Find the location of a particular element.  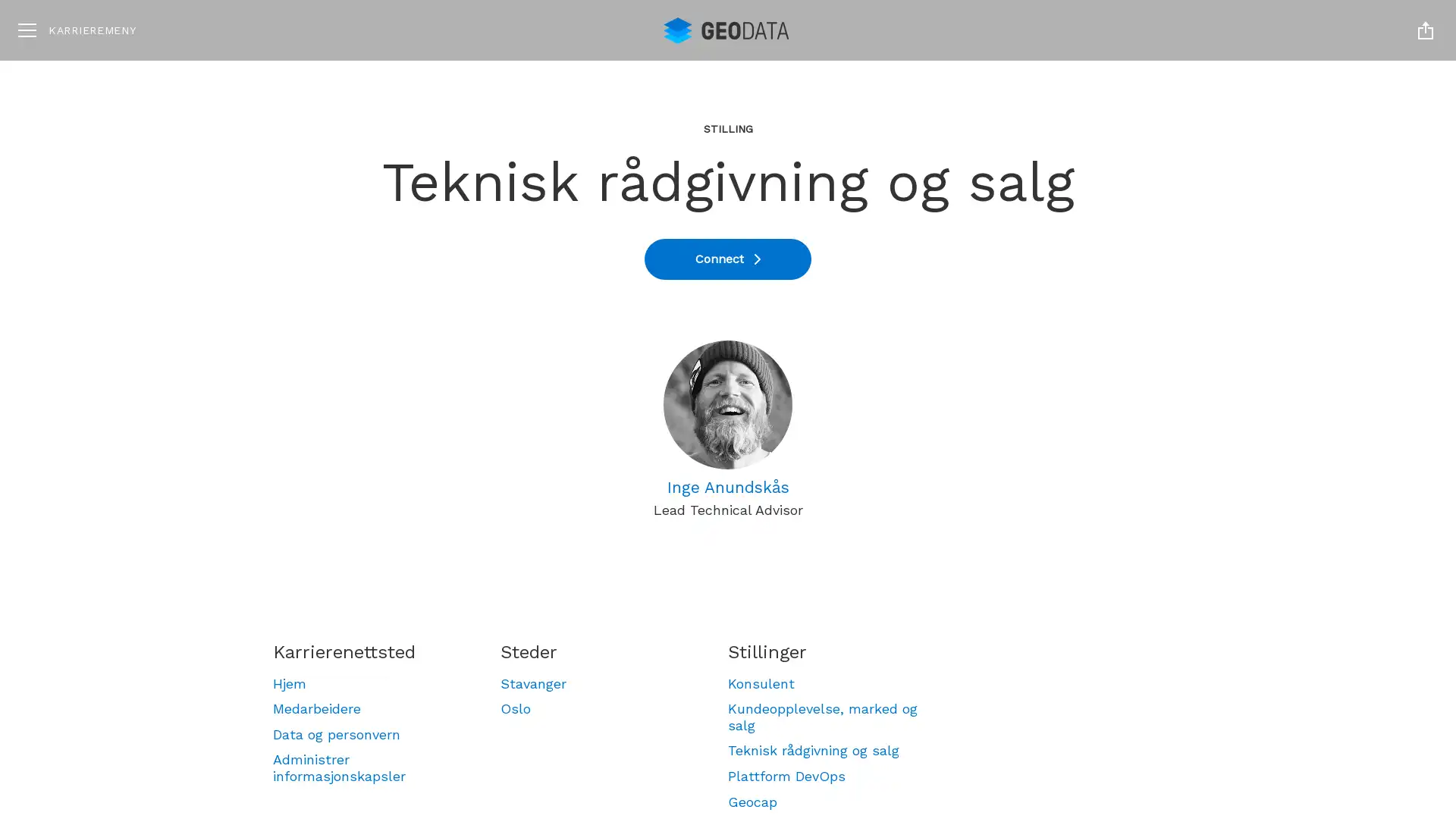

Godta alle is located at coordinates (1282, 645).